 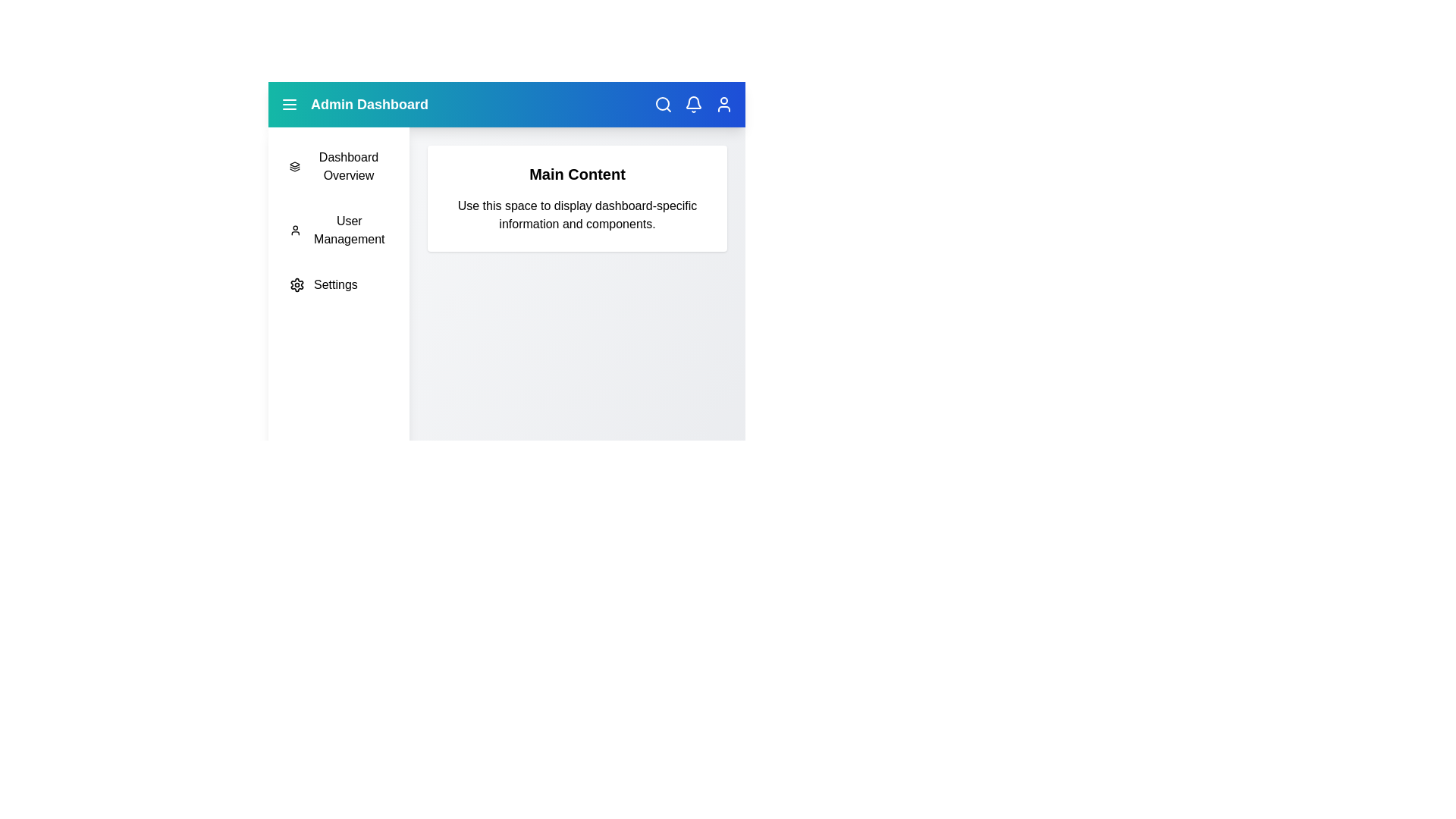 I want to click on the sidebar menu item 'User Management' to navigate to the corresponding section, so click(x=337, y=231).